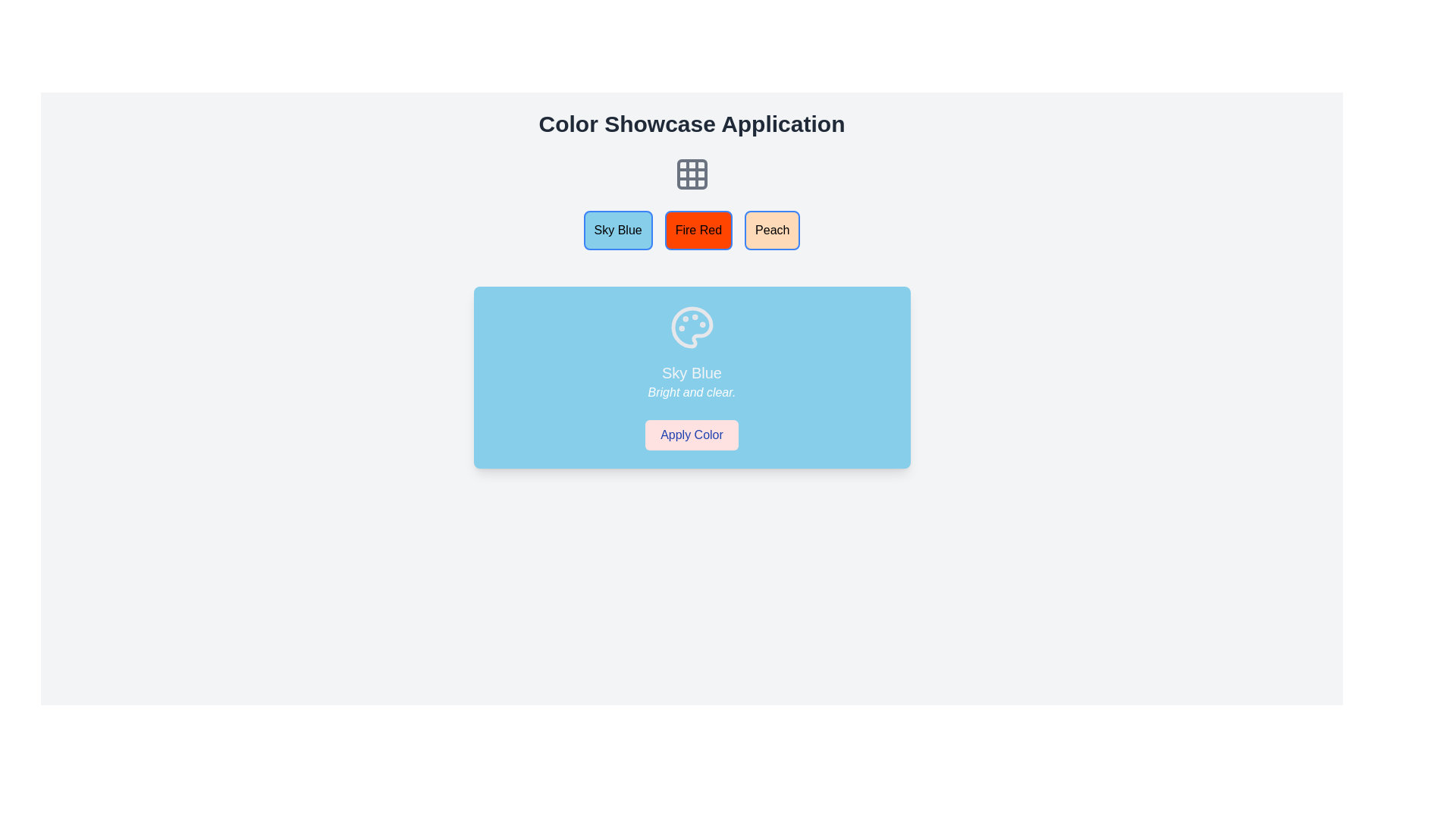 The image size is (1456, 819). I want to click on the 'Sky Blue' color theme card by reading the descriptive text or viewing the icon, located at the center of the card component, so click(691, 376).